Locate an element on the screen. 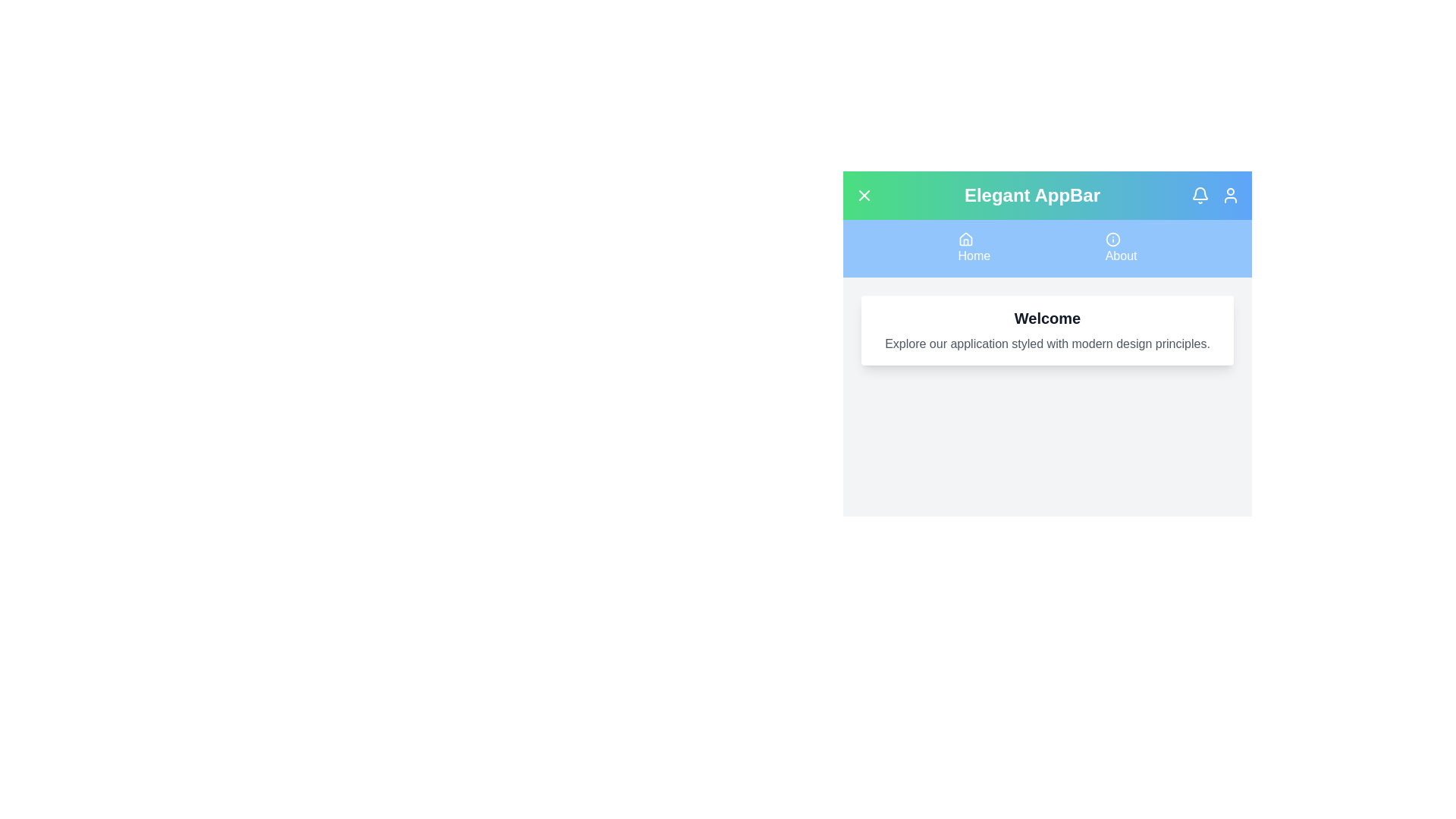  the 'Bell' icon to access notifications is located at coordinates (1200, 195).